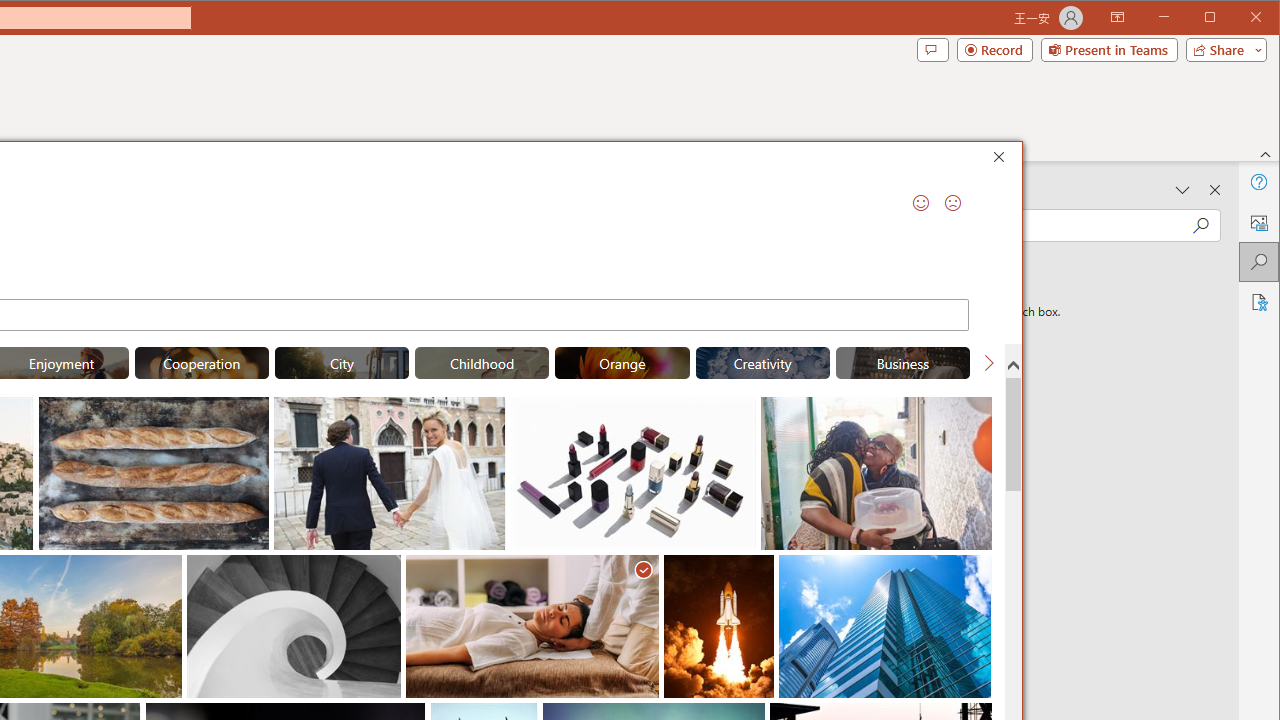 The image size is (1280, 720). Describe the element at coordinates (988, 362) in the screenshot. I see `'Next Search Suggestion'` at that location.